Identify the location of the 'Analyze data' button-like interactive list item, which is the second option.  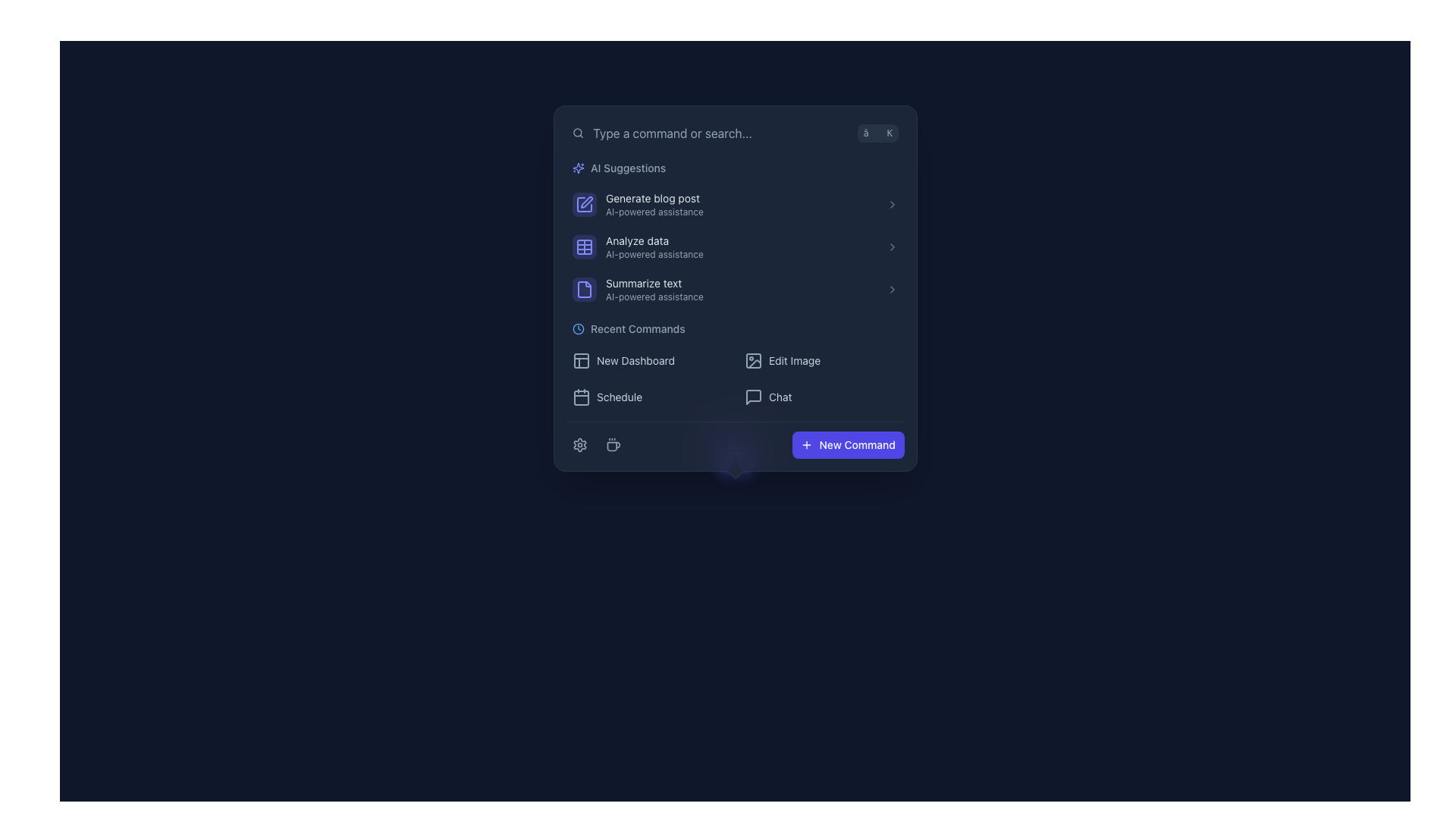
(735, 246).